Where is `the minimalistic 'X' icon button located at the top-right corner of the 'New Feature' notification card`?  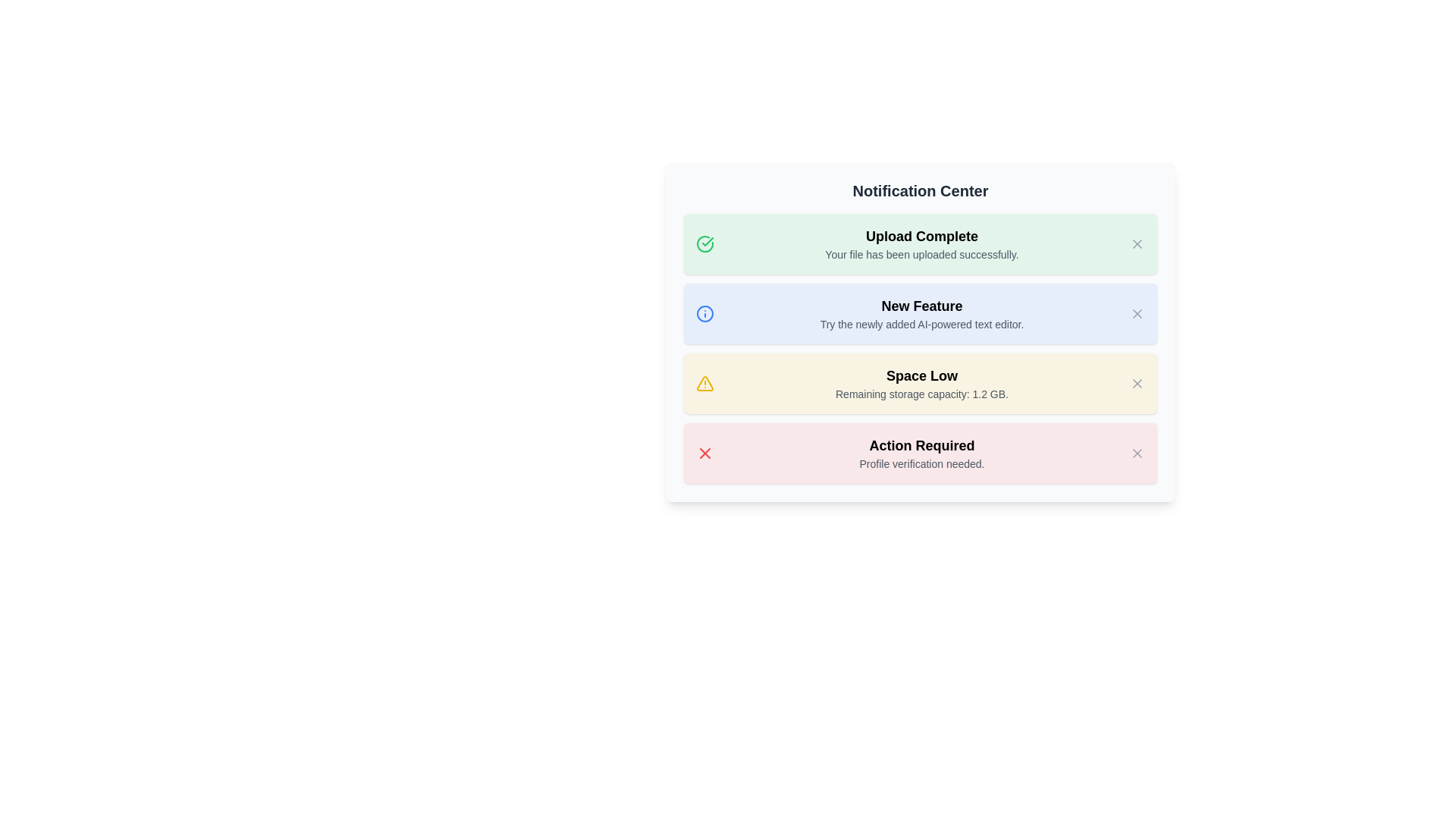 the minimalistic 'X' icon button located at the top-right corner of the 'New Feature' notification card is located at coordinates (1137, 312).